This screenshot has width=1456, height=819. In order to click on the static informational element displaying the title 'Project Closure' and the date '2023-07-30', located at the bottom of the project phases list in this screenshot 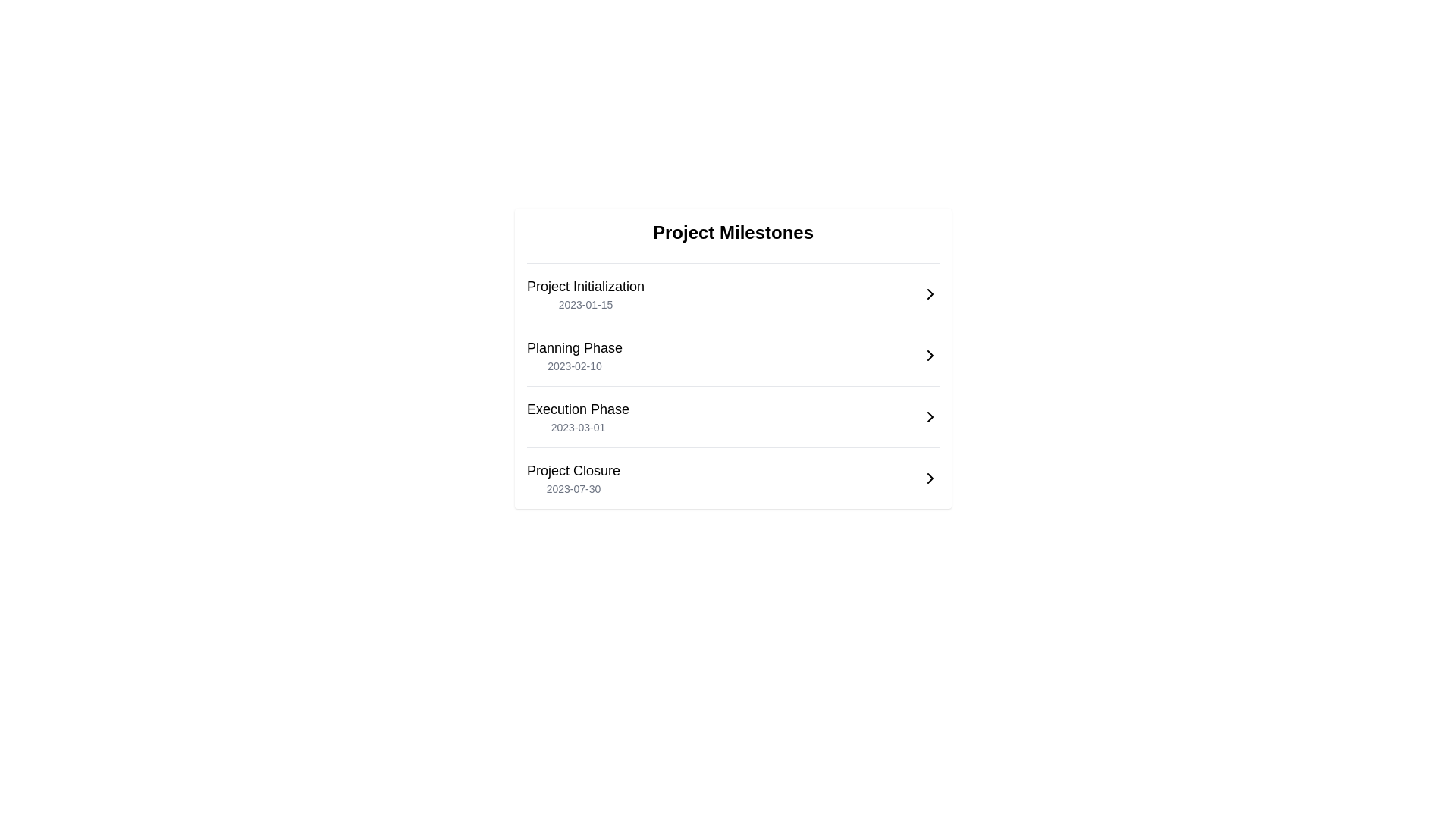, I will do `click(573, 479)`.